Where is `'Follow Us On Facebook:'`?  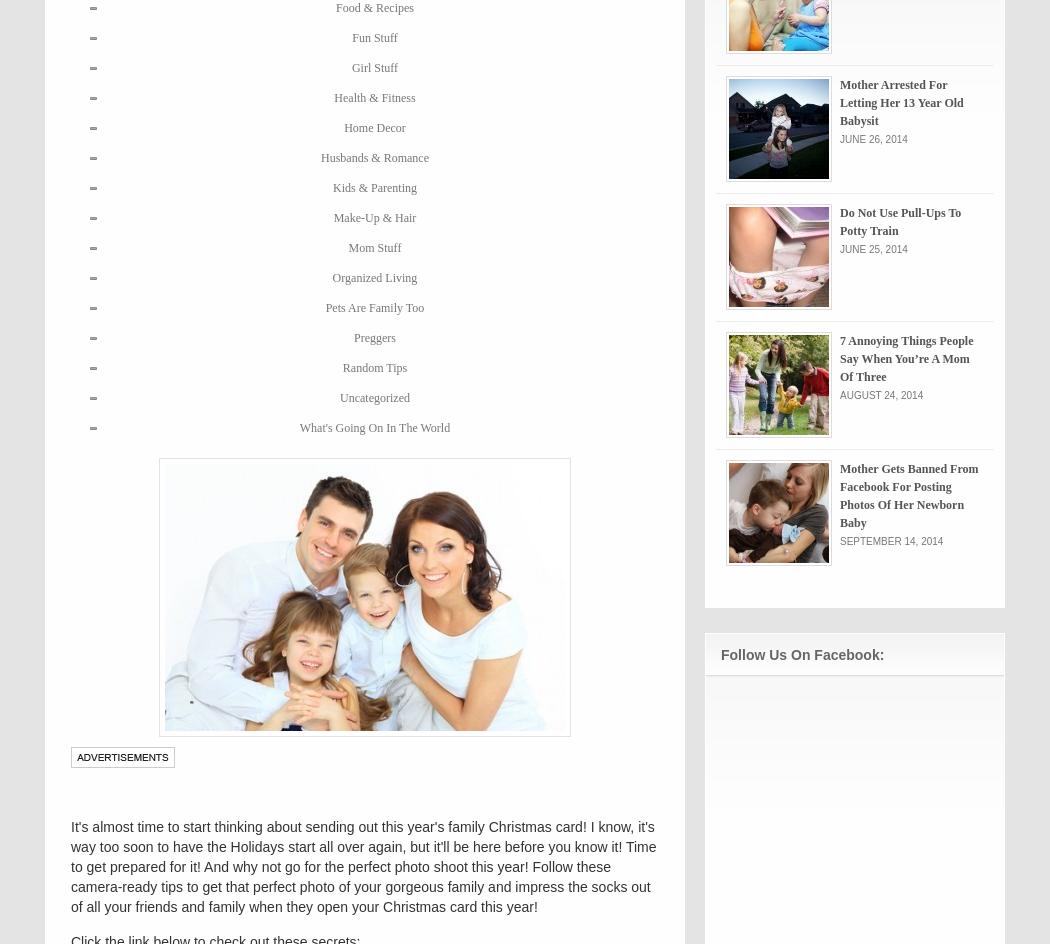
'Follow Us On Facebook:' is located at coordinates (801, 654).